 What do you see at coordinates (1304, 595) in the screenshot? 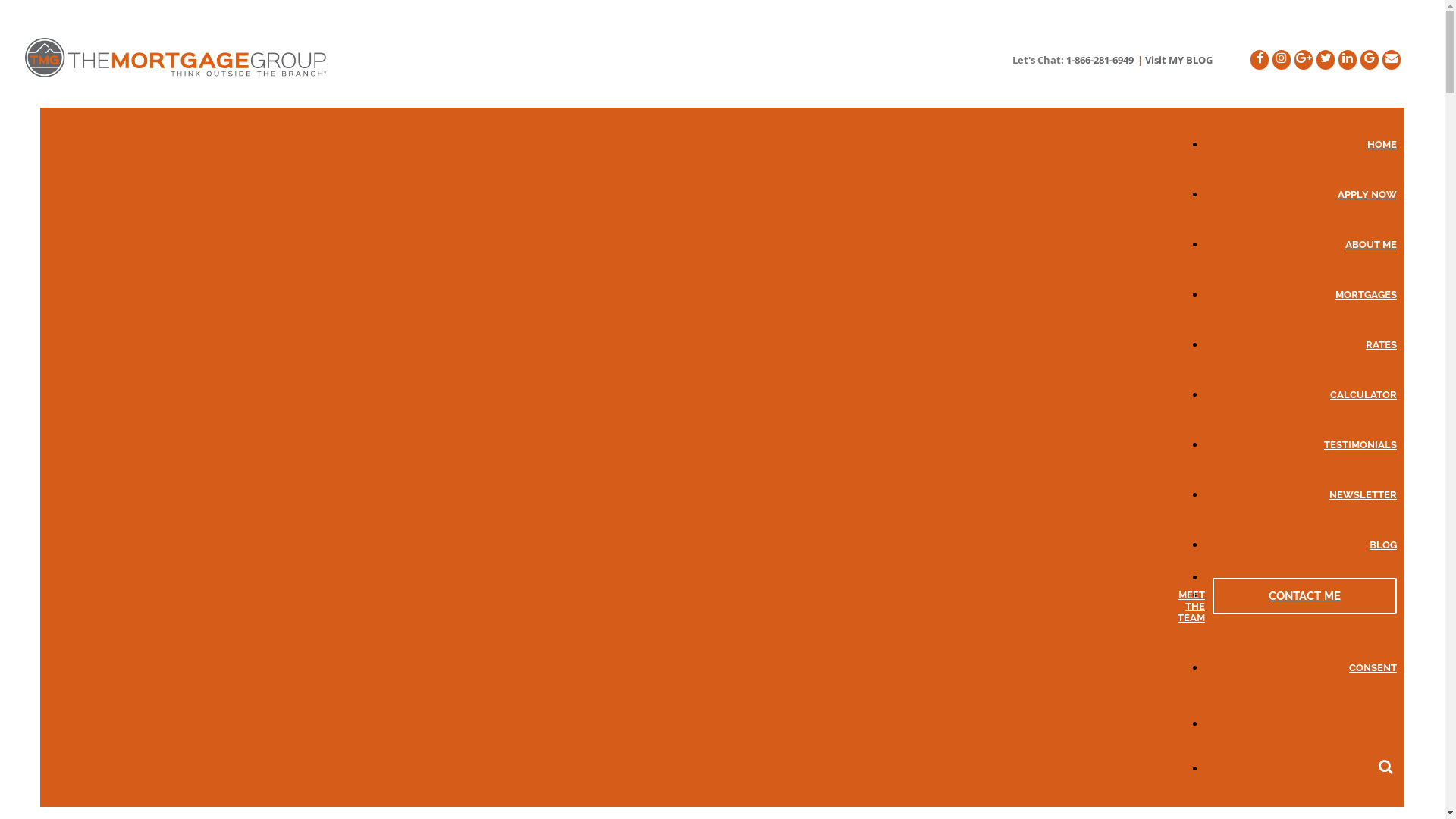
I see `'CONTACT ME'` at bounding box center [1304, 595].